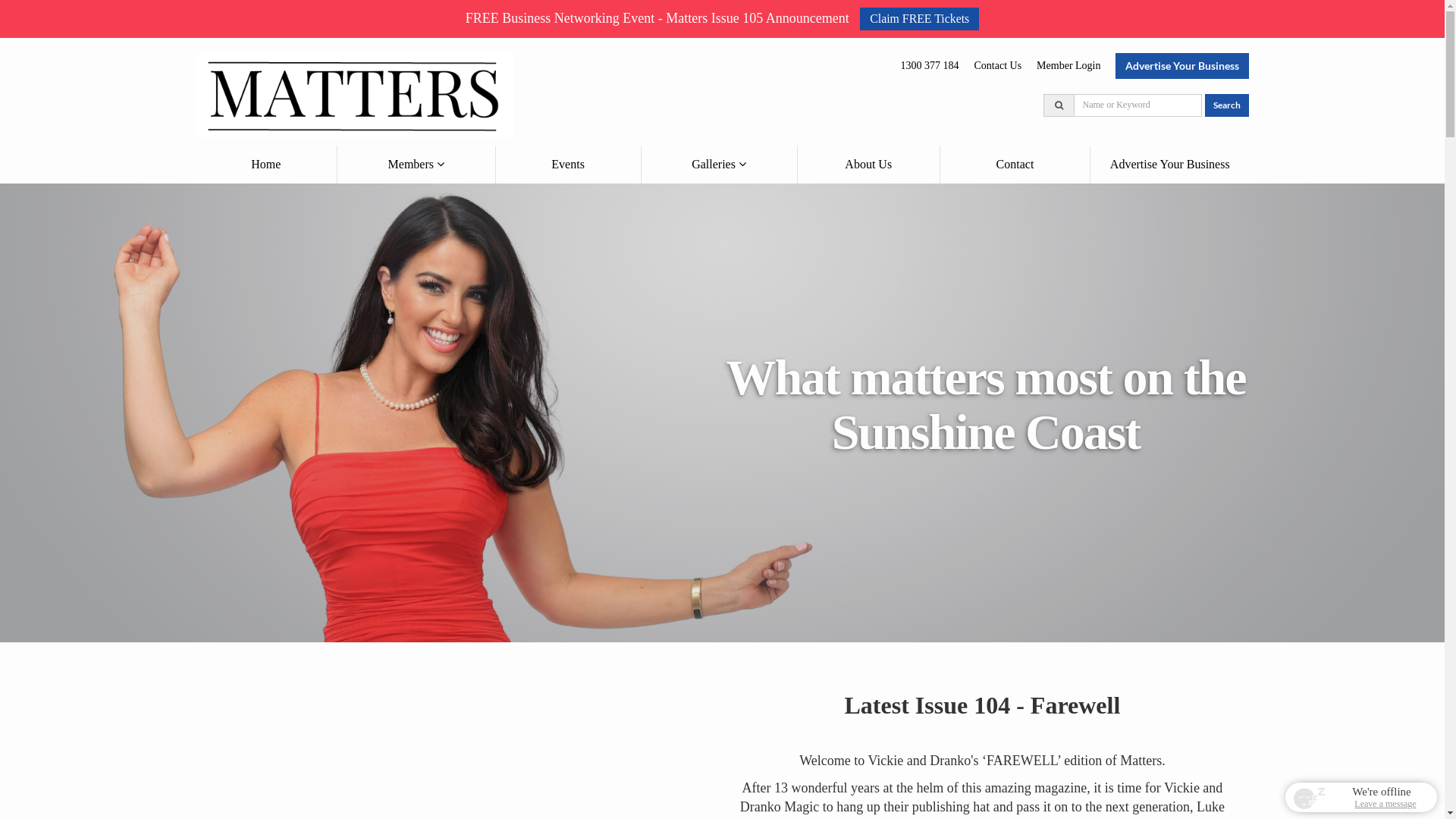 Image resolution: width=1456 pixels, height=819 pixels. Describe the element at coordinates (718, 164) in the screenshot. I see `'Galleries'` at that location.